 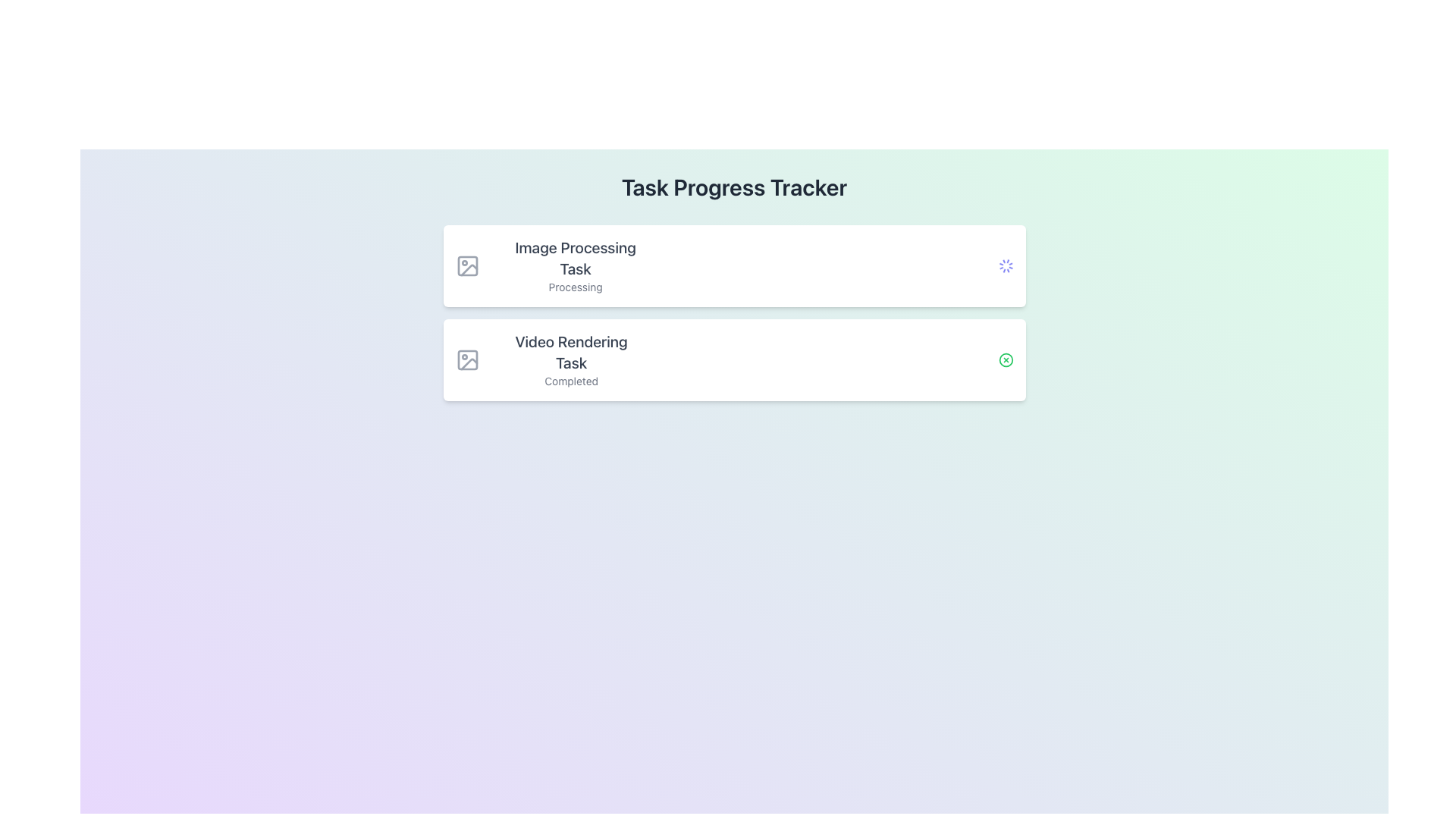 I want to click on static text element serving as the title for the first task card, located at the top of the task list, above the subtitle 'Processing', so click(x=575, y=257).